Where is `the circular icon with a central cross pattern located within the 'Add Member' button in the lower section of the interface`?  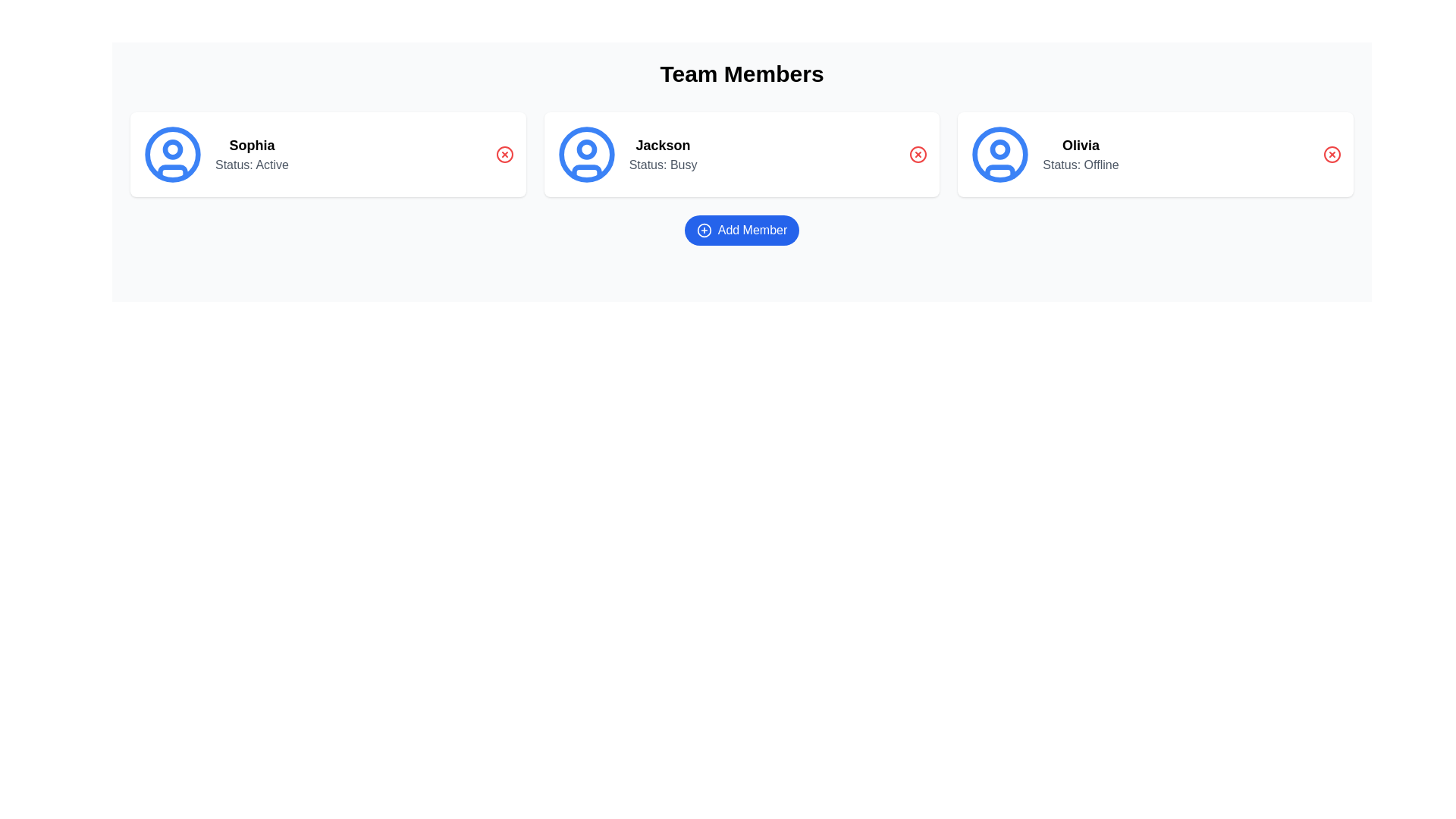
the circular icon with a central cross pattern located within the 'Add Member' button in the lower section of the interface is located at coordinates (703, 231).